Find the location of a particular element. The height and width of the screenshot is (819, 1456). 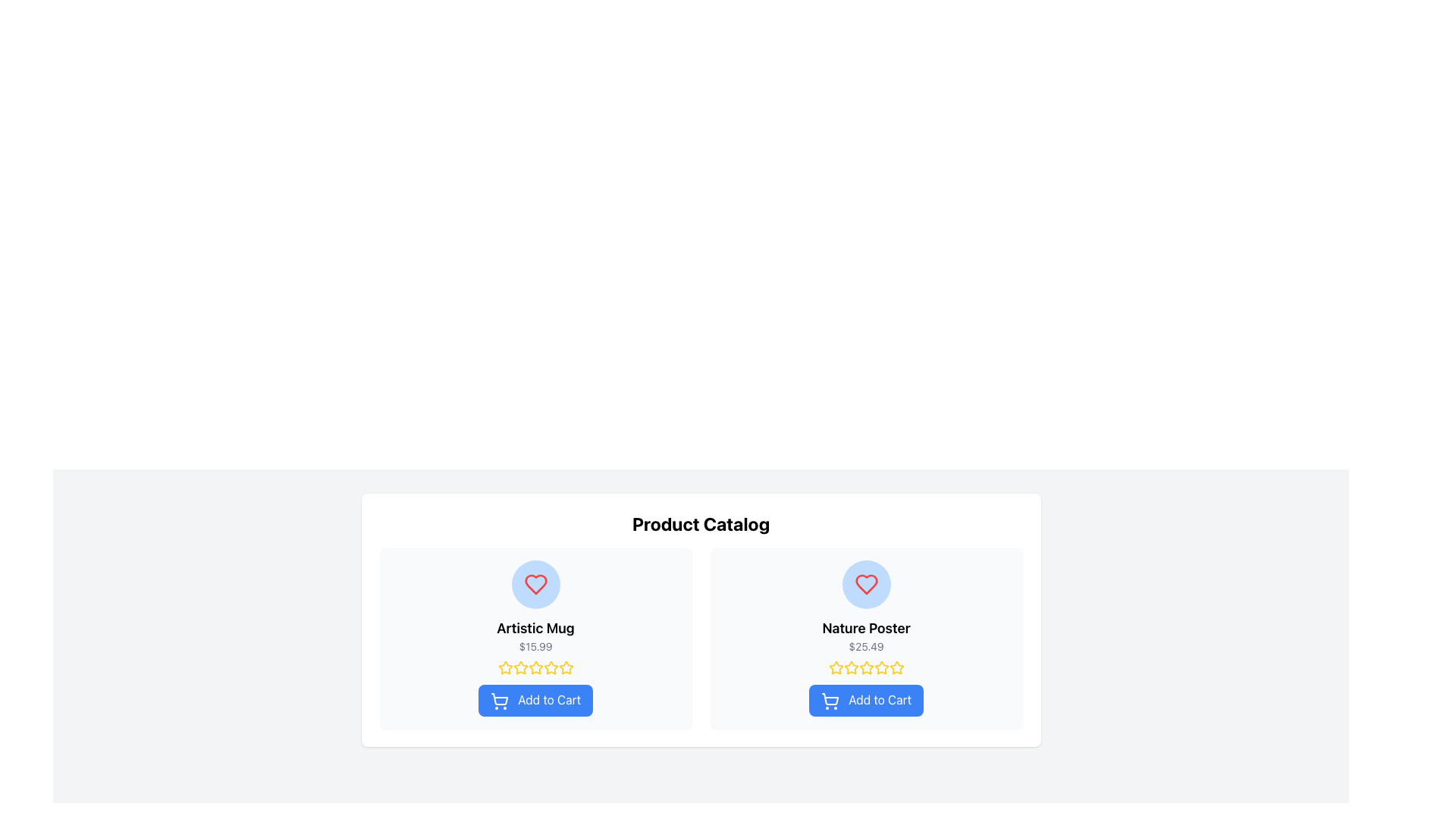

the second golden star icon in the rating system below the 'Nature Poster' is located at coordinates (851, 667).